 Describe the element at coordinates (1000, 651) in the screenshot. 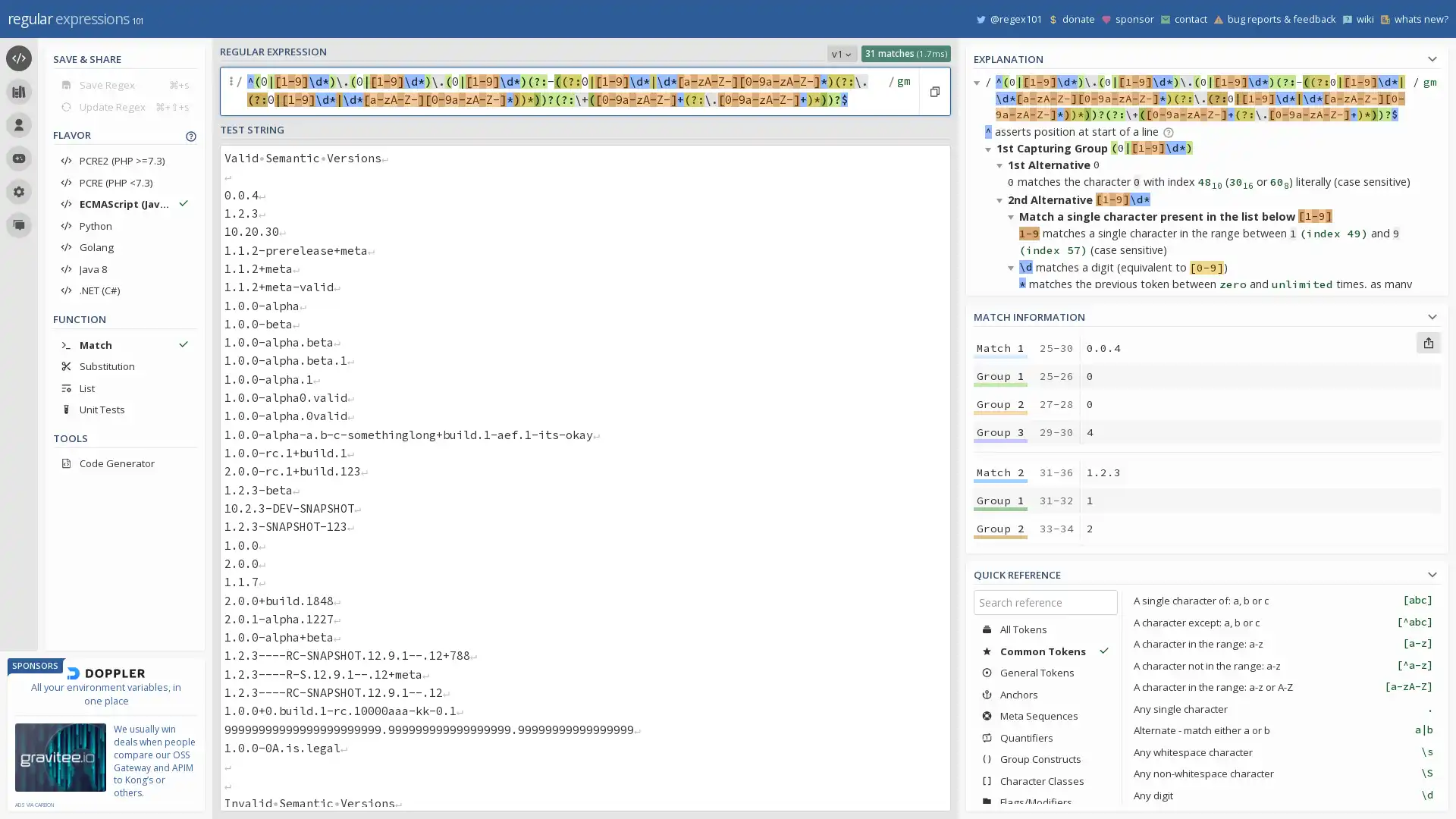

I see `Group 2` at that location.